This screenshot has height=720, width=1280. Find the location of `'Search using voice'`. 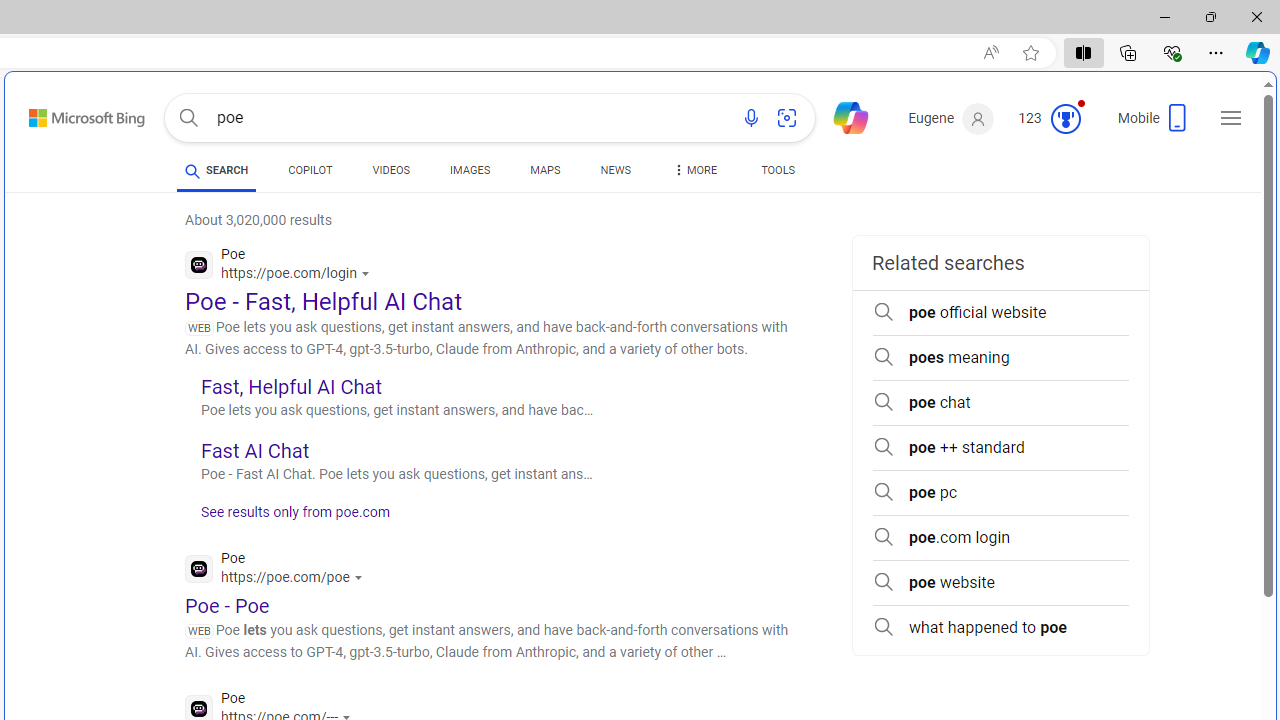

'Search using voice' is located at coordinates (750, 118).